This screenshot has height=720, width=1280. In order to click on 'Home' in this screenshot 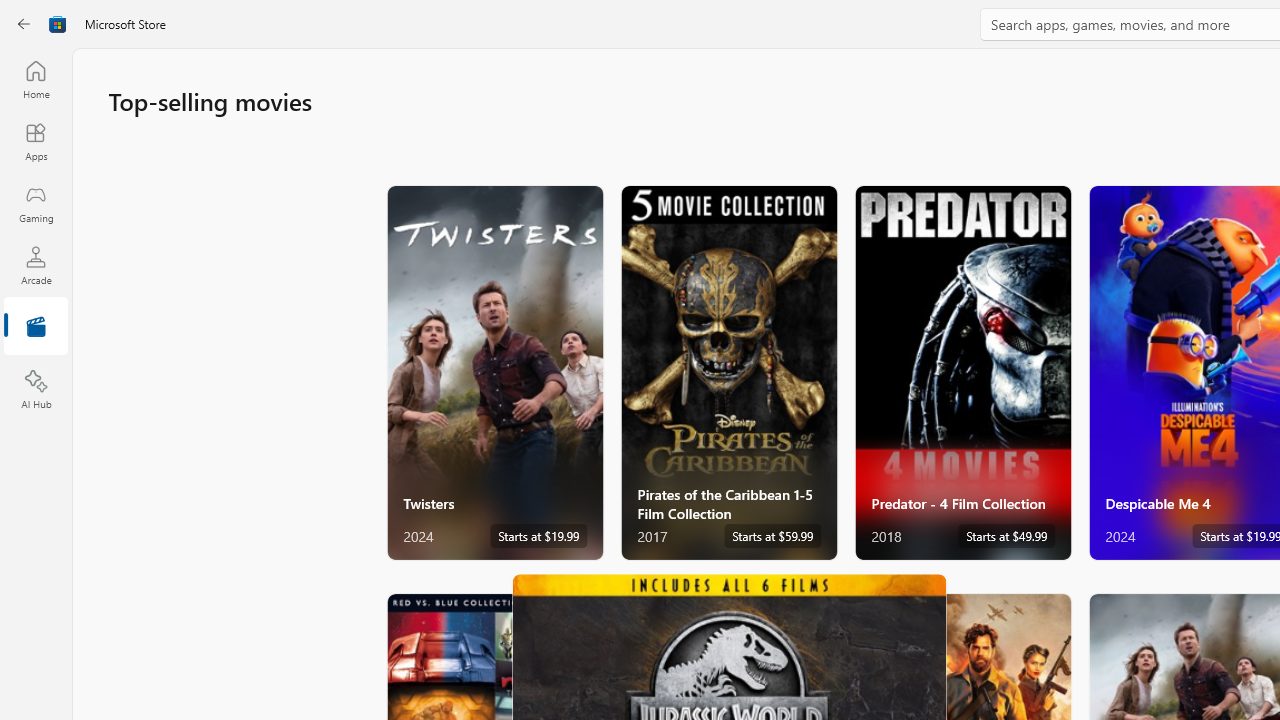, I will do `click(35, 78)`.